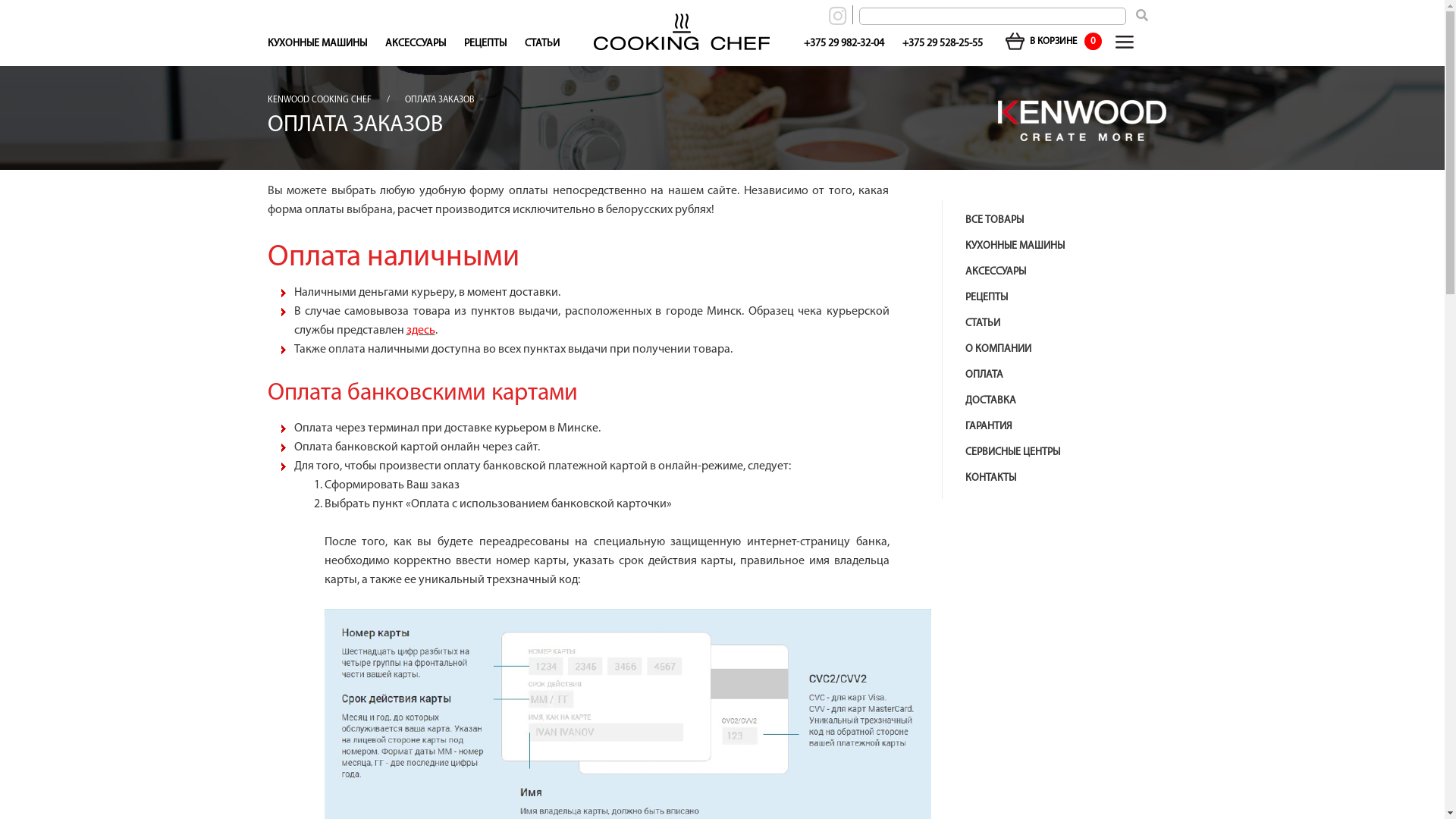 The height and width of the screenshot is (819, 1456). What do you see at coordinates (793, 42) in the screenshot?
I see `'+375 29 982-32-04'` at bounding box center [793, 42].